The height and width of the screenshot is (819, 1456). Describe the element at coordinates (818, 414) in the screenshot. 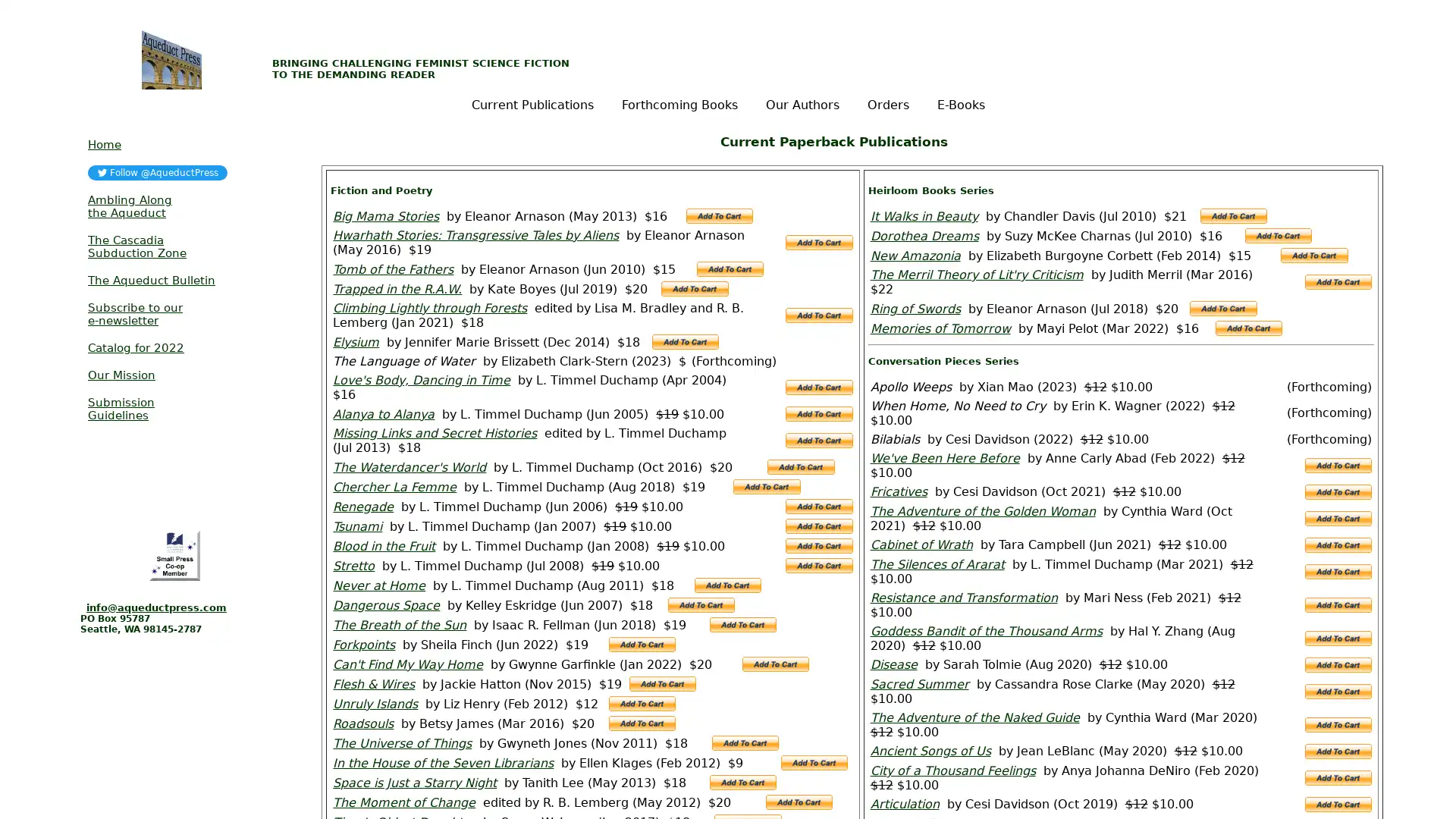

I see `Make payments with PayPal - it\'s fast, free and secure!` at that location.